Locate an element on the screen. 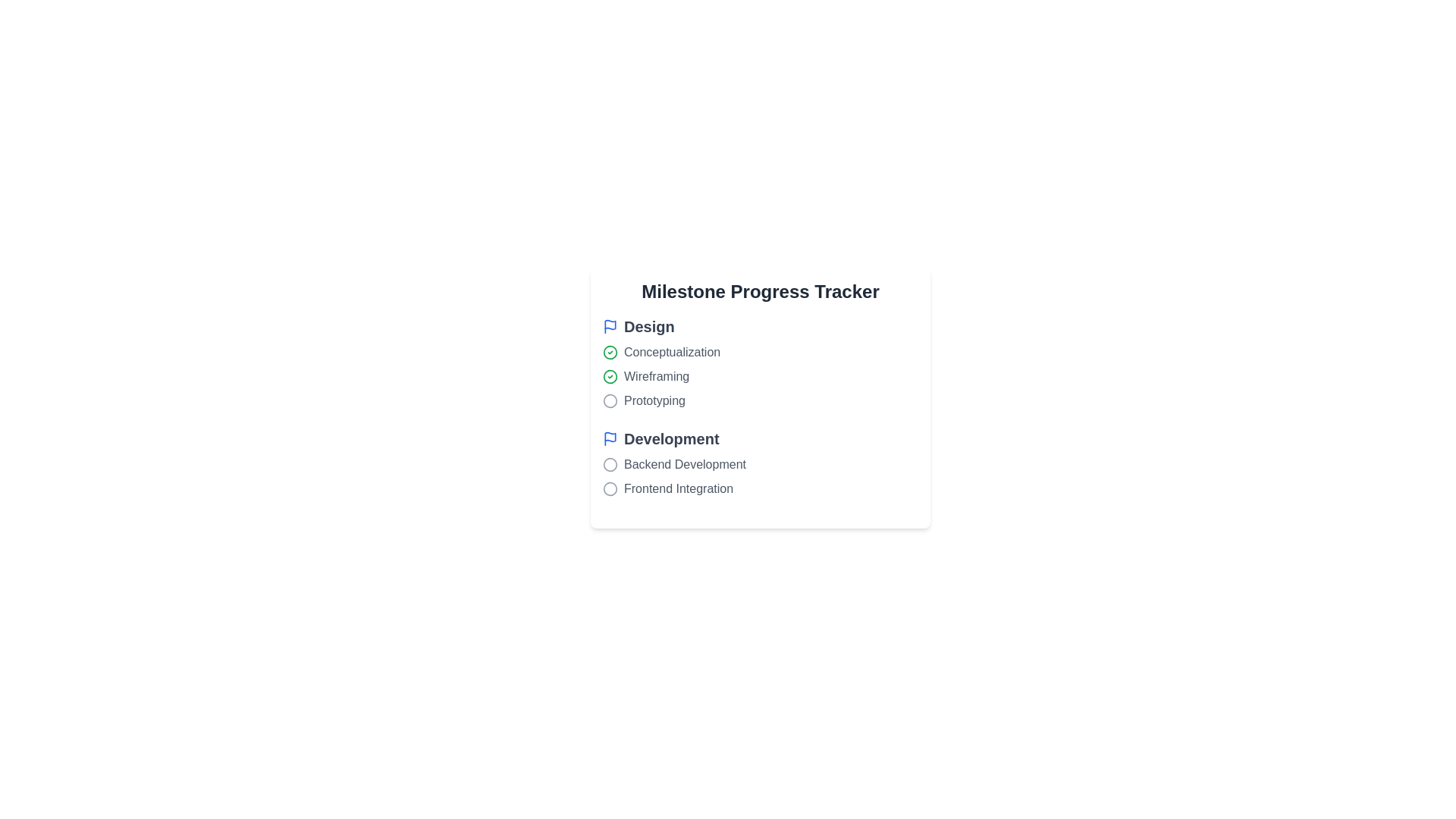  the circular status indicator located to the left of the 'Frontend Integration' label in the 'Development' section is located at coordinates (610, 488).